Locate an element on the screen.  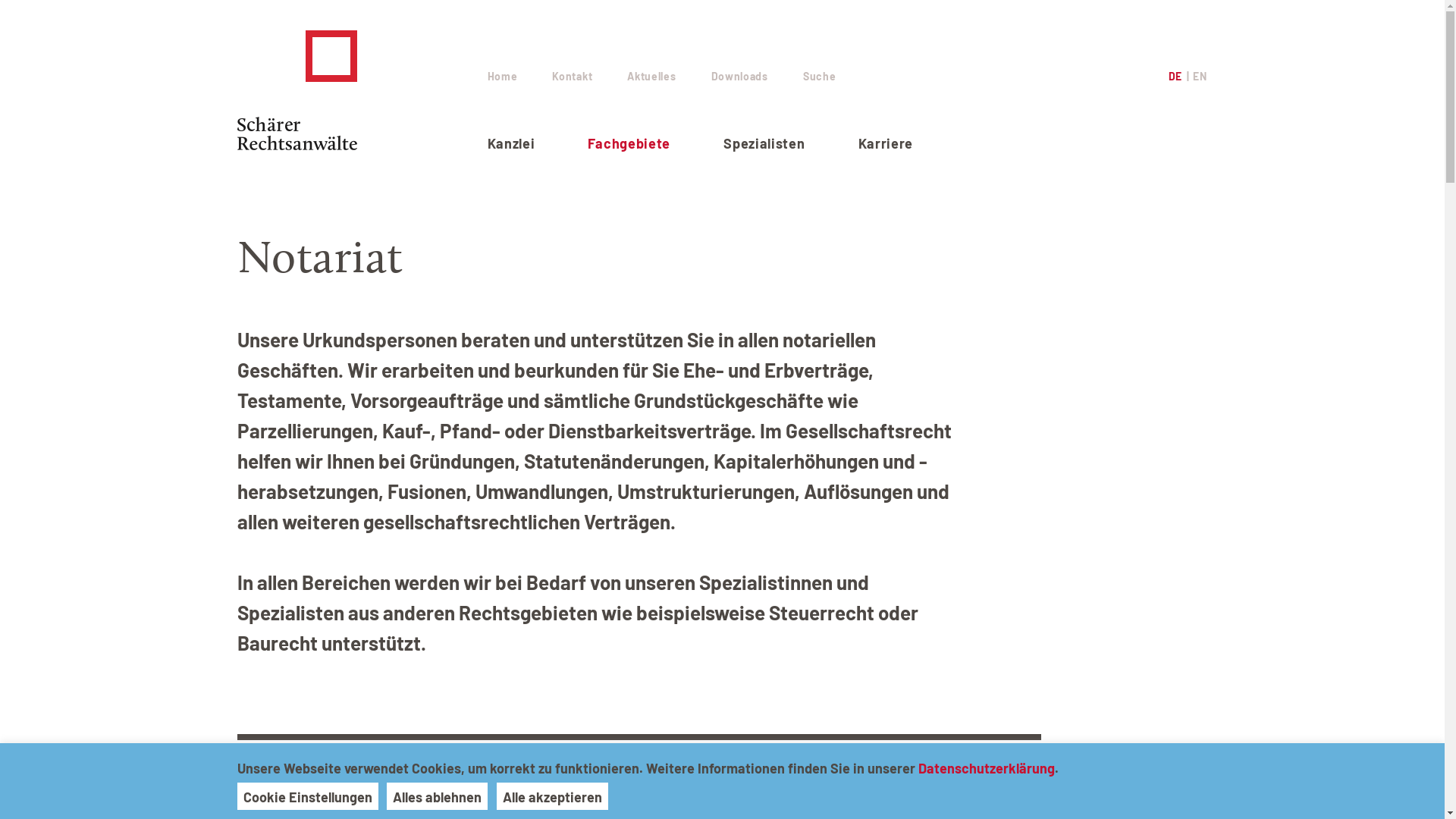
'Suche' is located at coordinates (818, 76).